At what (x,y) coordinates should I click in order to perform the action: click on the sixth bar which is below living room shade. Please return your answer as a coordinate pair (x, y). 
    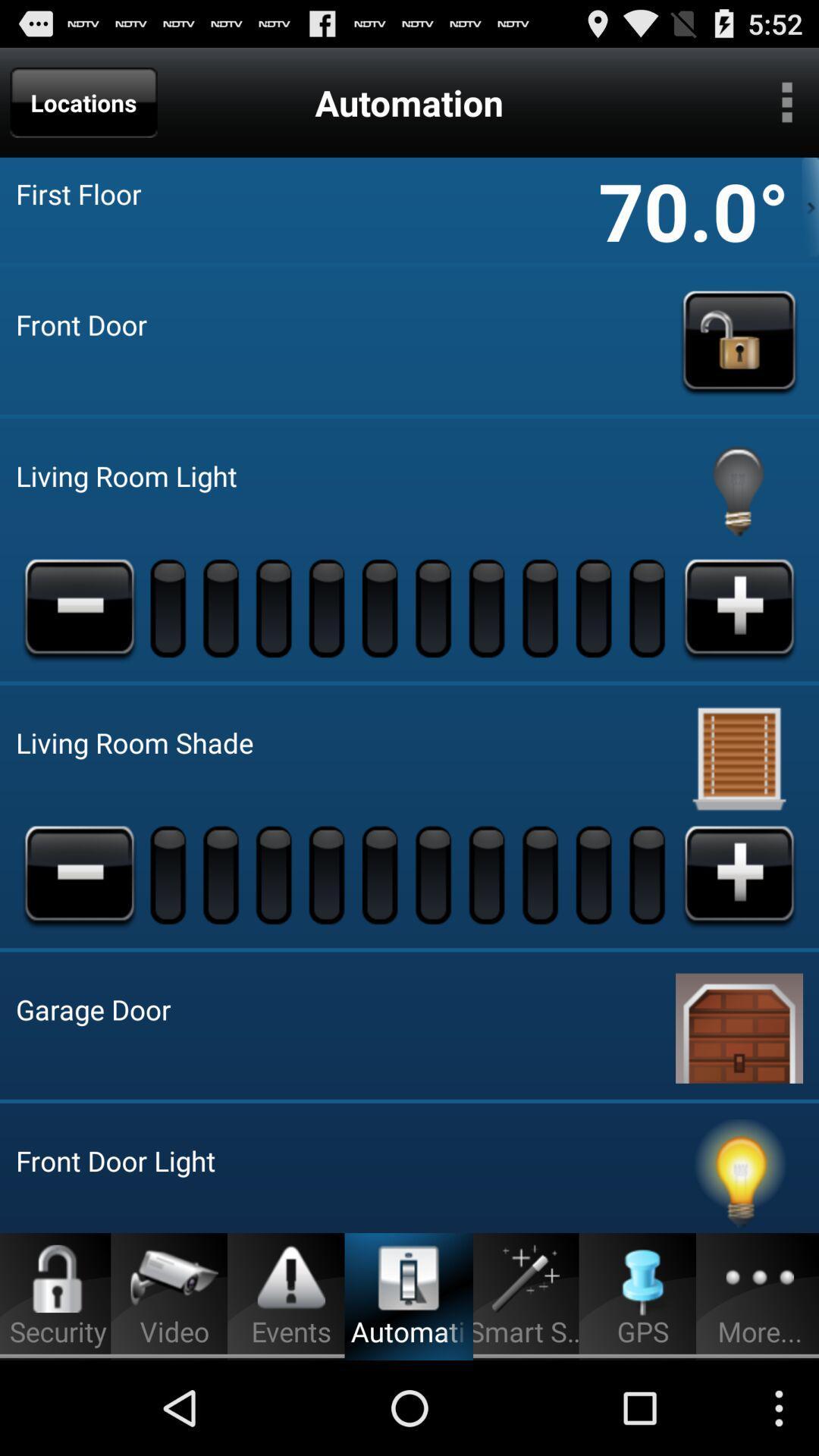
    Looking at the image, I should click on (435, 874).